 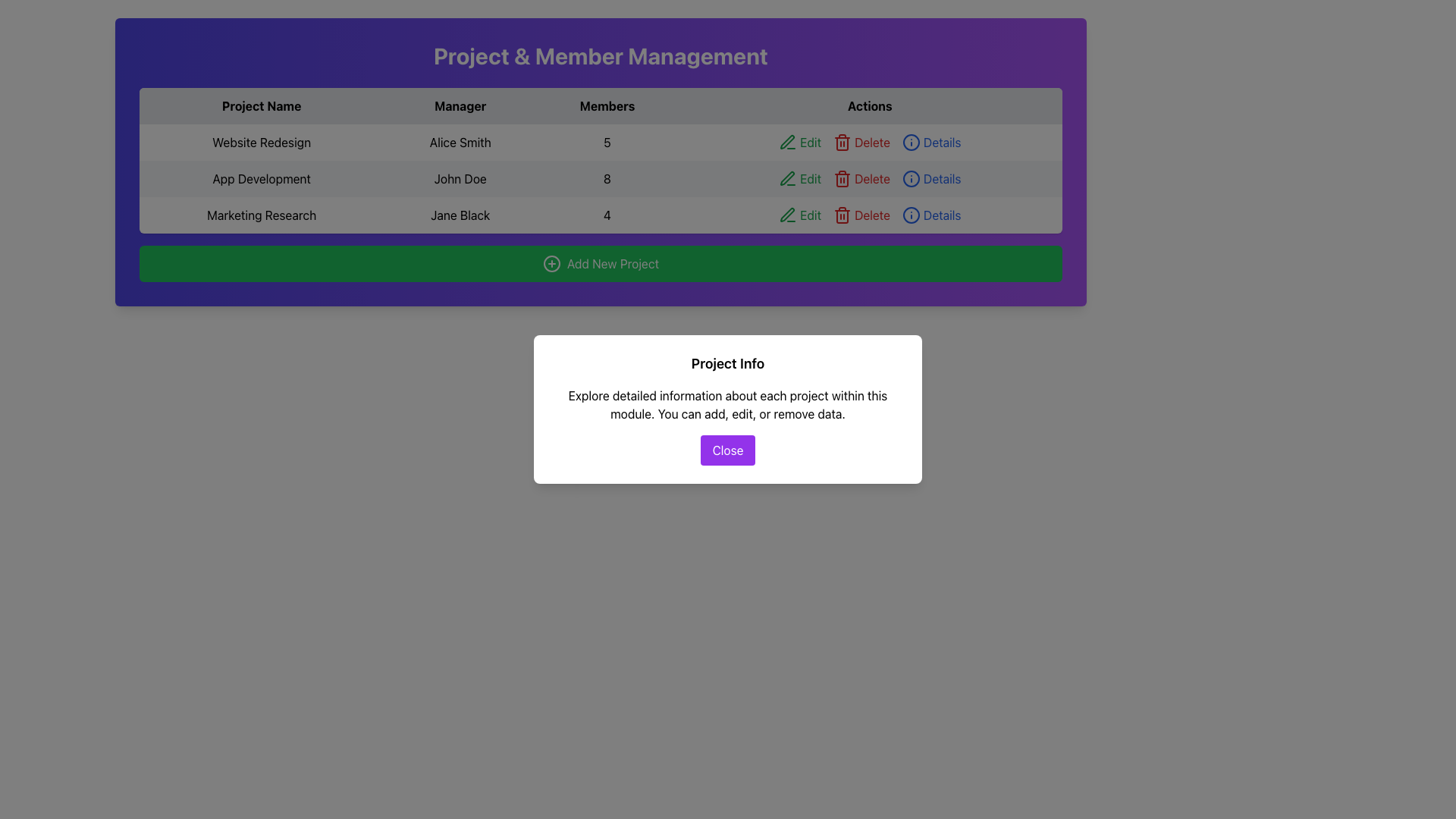 I want to click on text in the modal dialog that presents information about projects, specifically focusing on the descriptive paragraph beneath the title and before the 'Close' button, so click(x=728, y=409).